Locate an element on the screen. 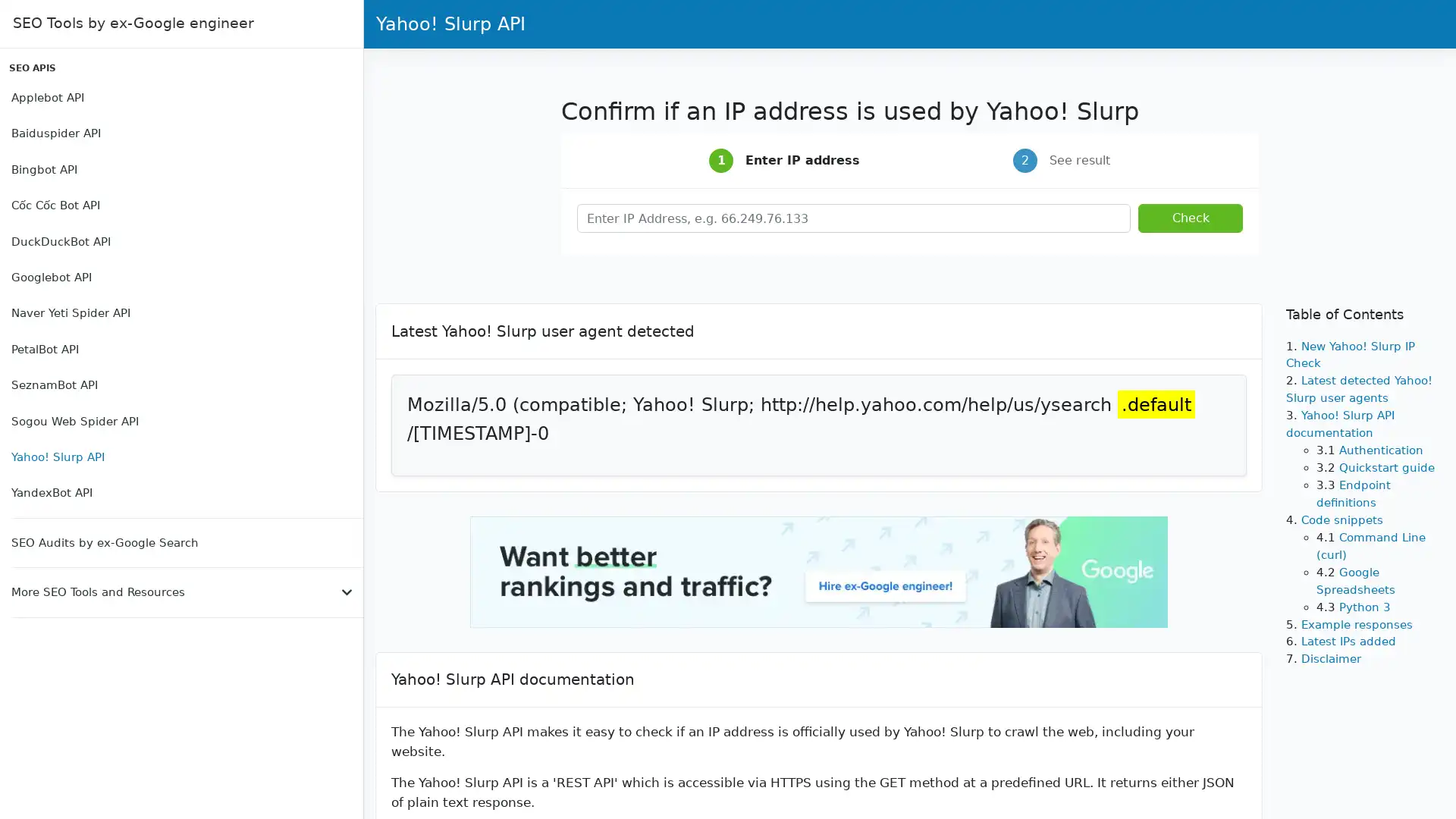  Check is located at coordinates (1189, 218).